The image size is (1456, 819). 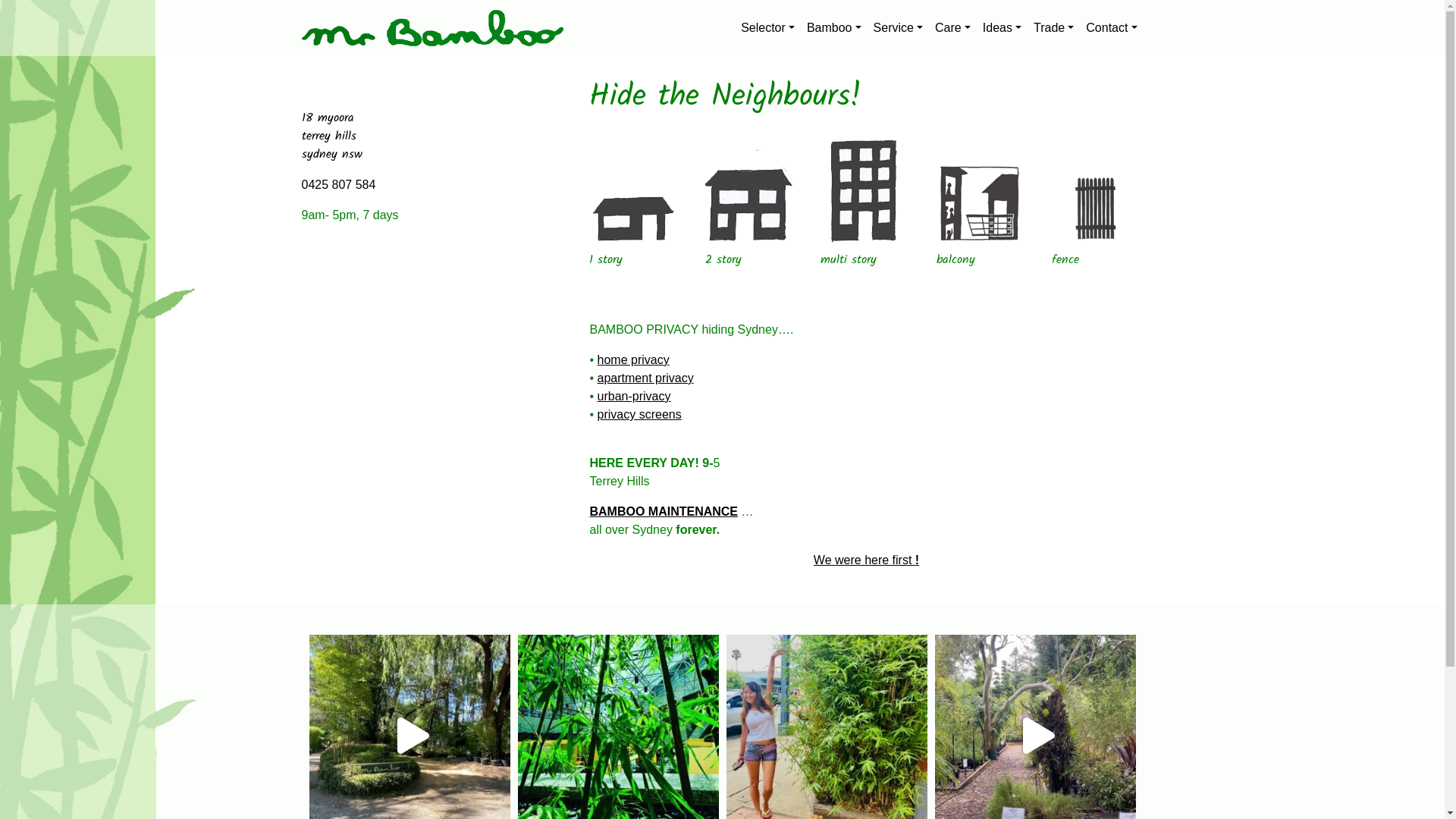 I want to click on 'Selector', so click(x=767, y=28).